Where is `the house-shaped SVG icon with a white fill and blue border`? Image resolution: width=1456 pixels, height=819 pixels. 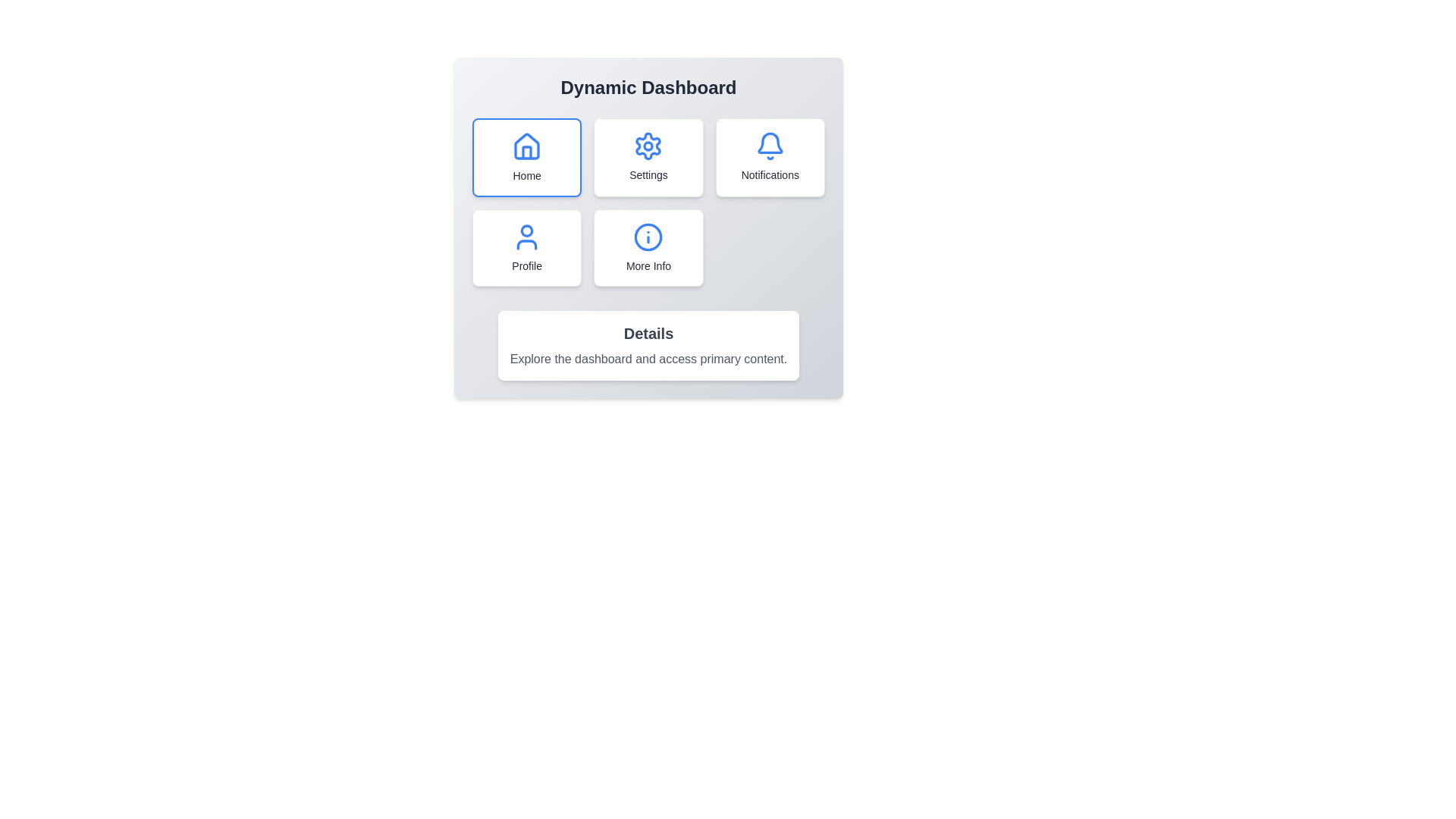 the house-shaped SVG icon with a white fill and blue border is located at coordinates (527, 146).